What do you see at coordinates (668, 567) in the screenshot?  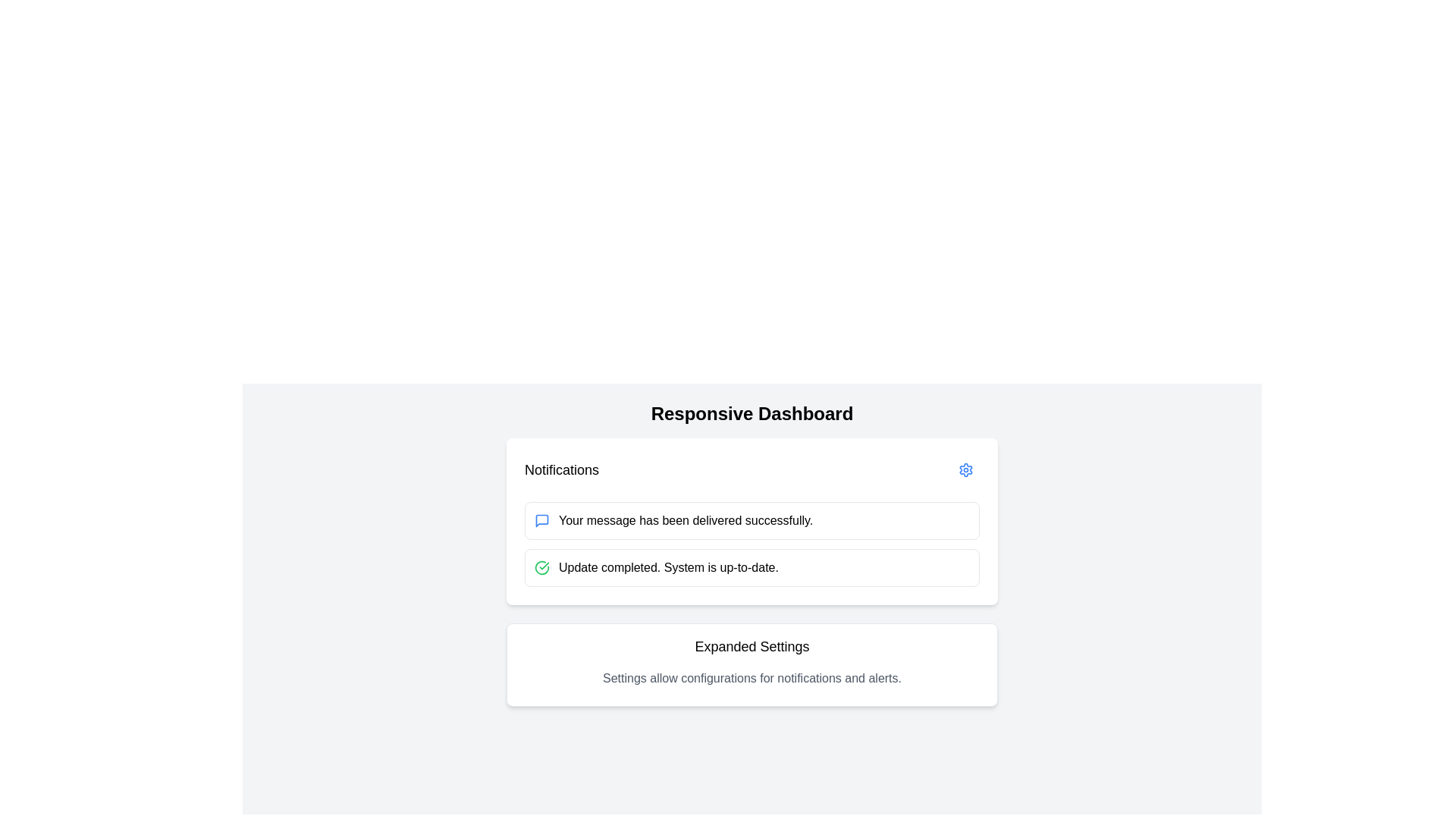 I see `the notification text label that informs the user of a successful system update, which is located beneath the first notification text and to the right of a green checkmark icon` at bounding box center [668, 567].